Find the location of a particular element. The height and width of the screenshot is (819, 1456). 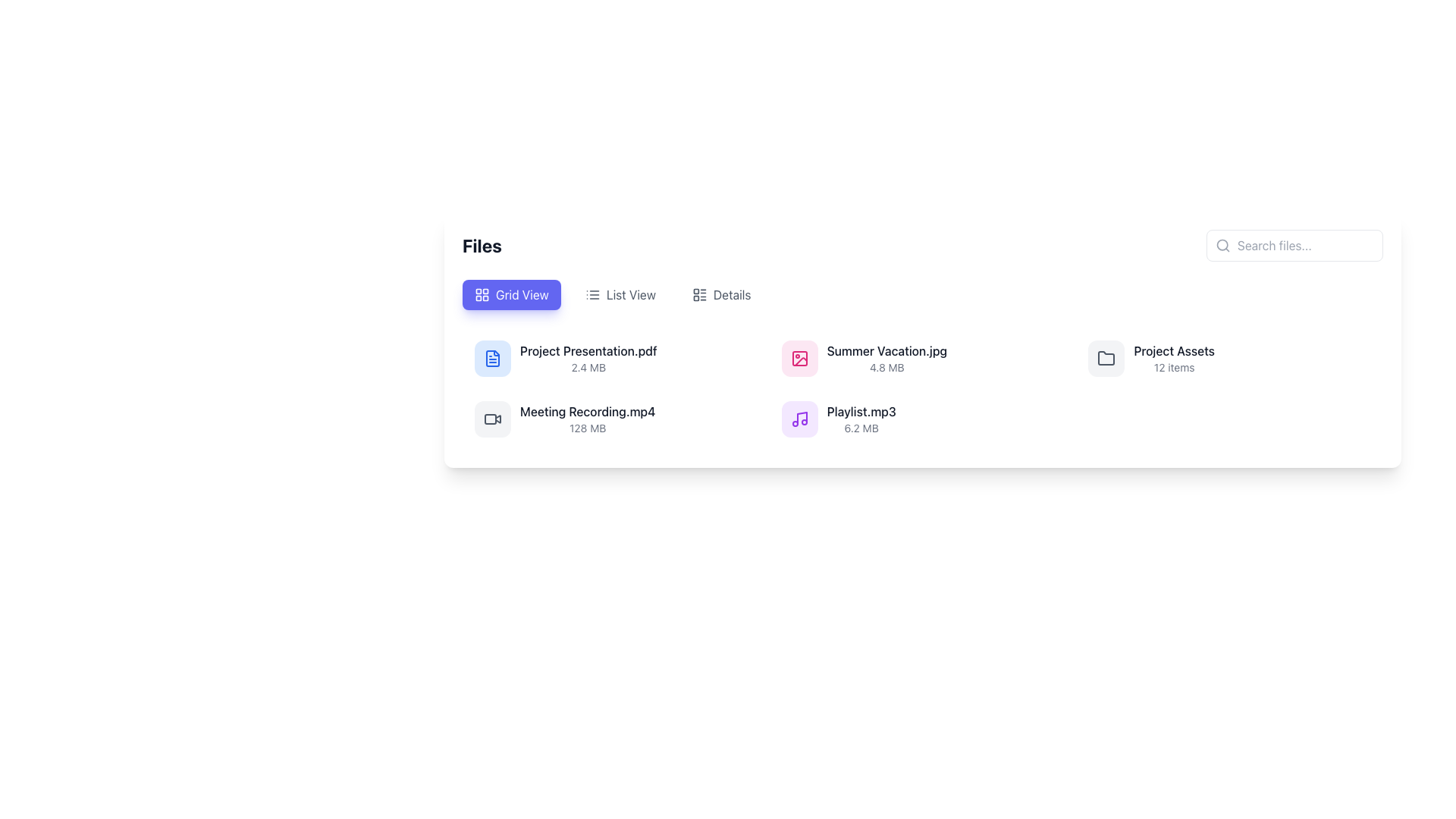

the 'Grid View' button, which is a rectangular button with a purple background and white text, located at the top of a file interface is located at coordinates (511, 295).